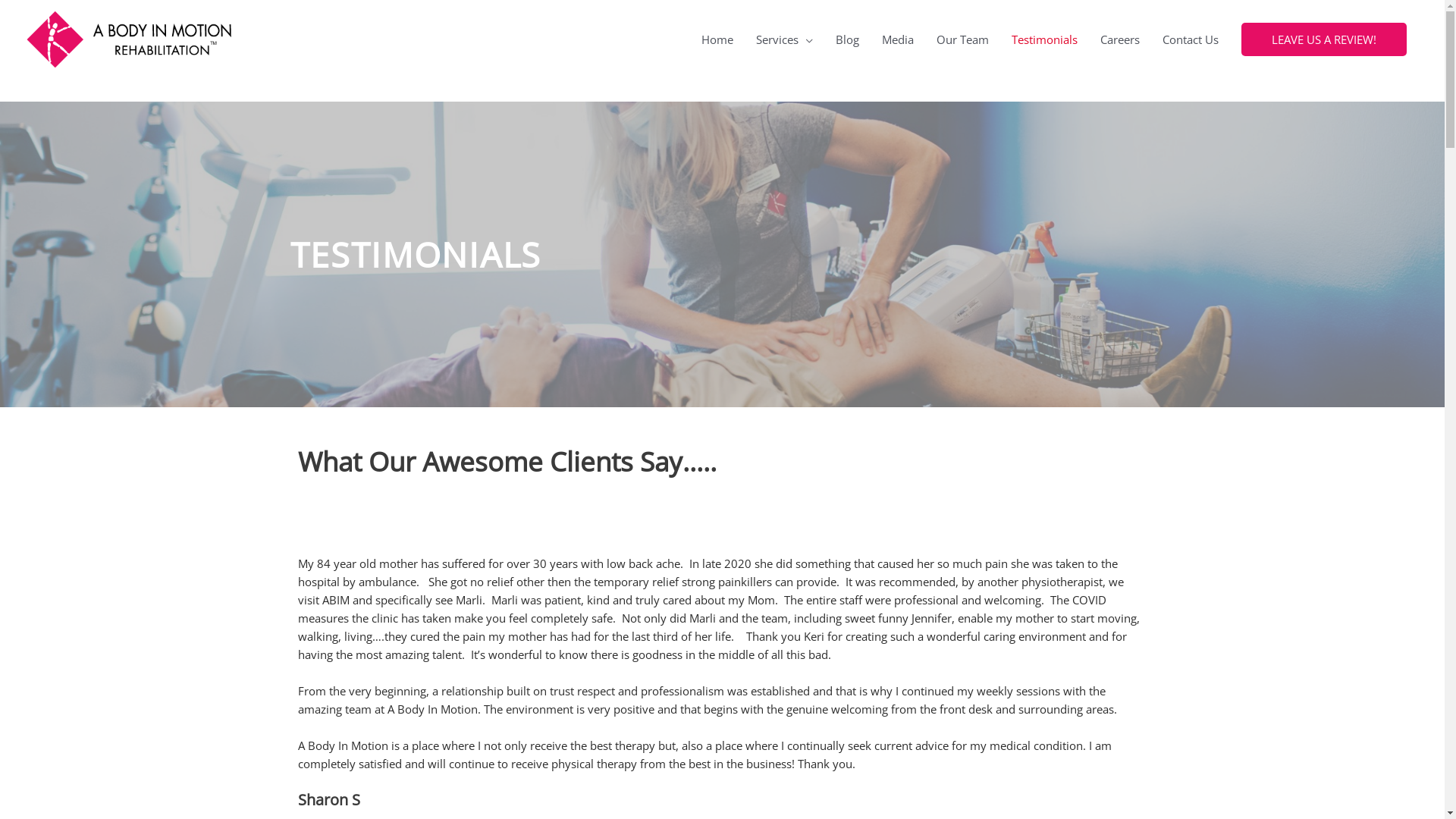 Image resolution: width=1456 pixels, height=819 pixels. What do you see at coordinates (1323, 38) in the screenshot?
I see `'LEAVE US A REVIEW!'` at bounding box center [1323, 38].